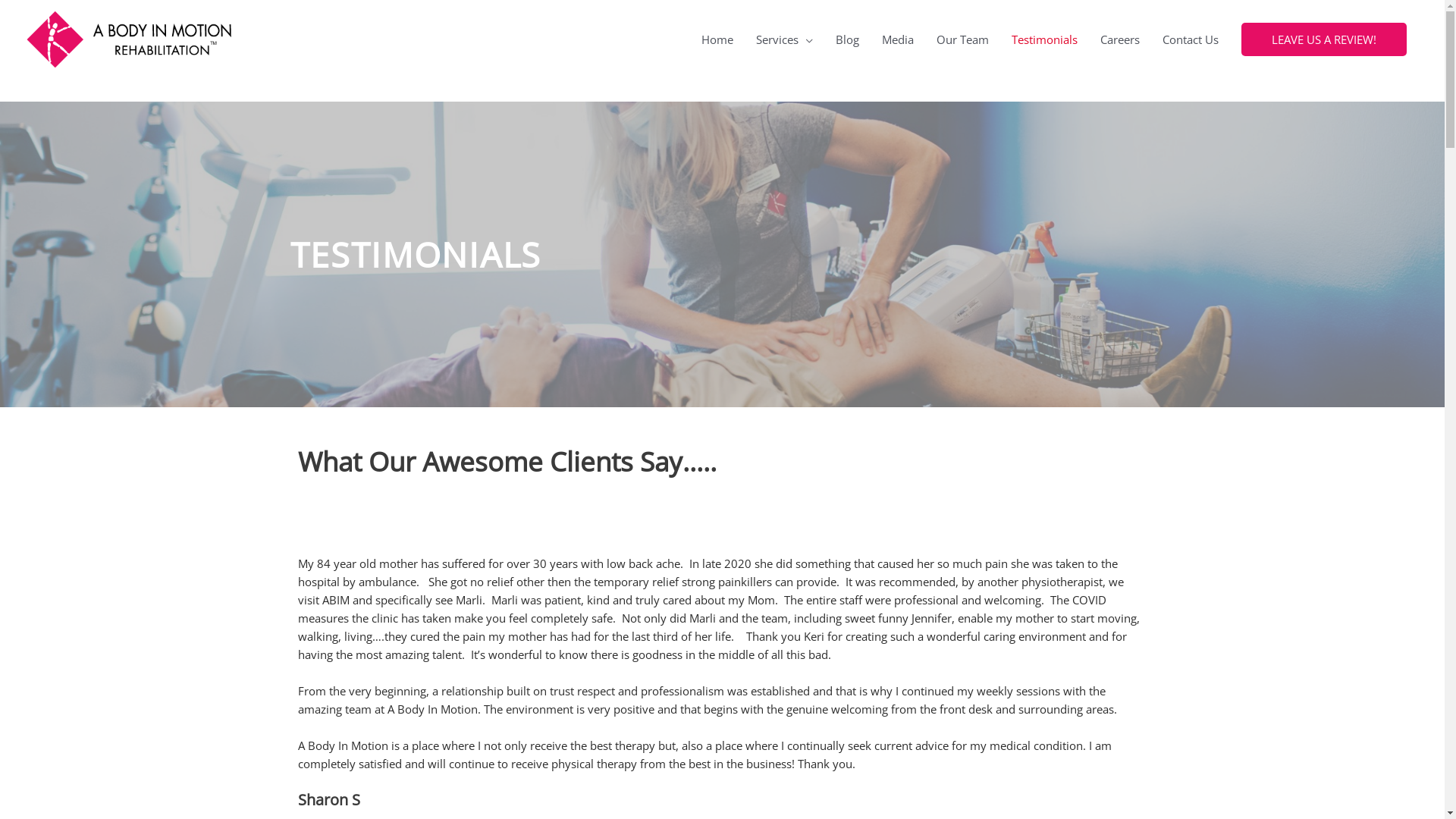 Image resolution: width=1456 pixels, height=819 pixels. What do you see at coordinates (1323, 38) in the screenshot?
I see `'LEAVE US A REVIEW!'` at bounding box center [1323, 38].